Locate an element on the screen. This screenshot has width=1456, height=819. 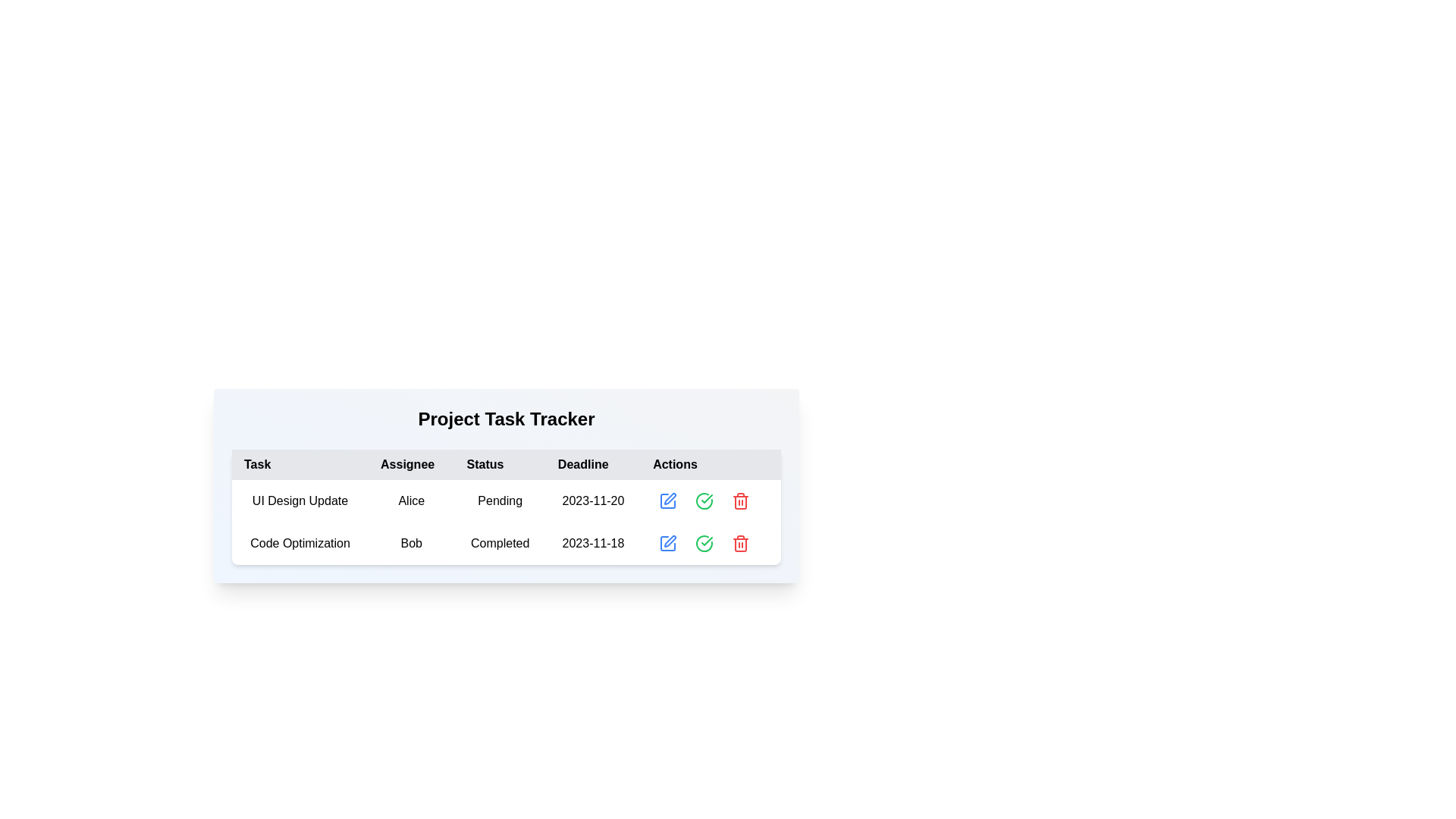
the red trash bin icon located in the second row of the 'Actions' column for the 'Code Optimization' task in the project task tracker is located at coordinates (741, 500).